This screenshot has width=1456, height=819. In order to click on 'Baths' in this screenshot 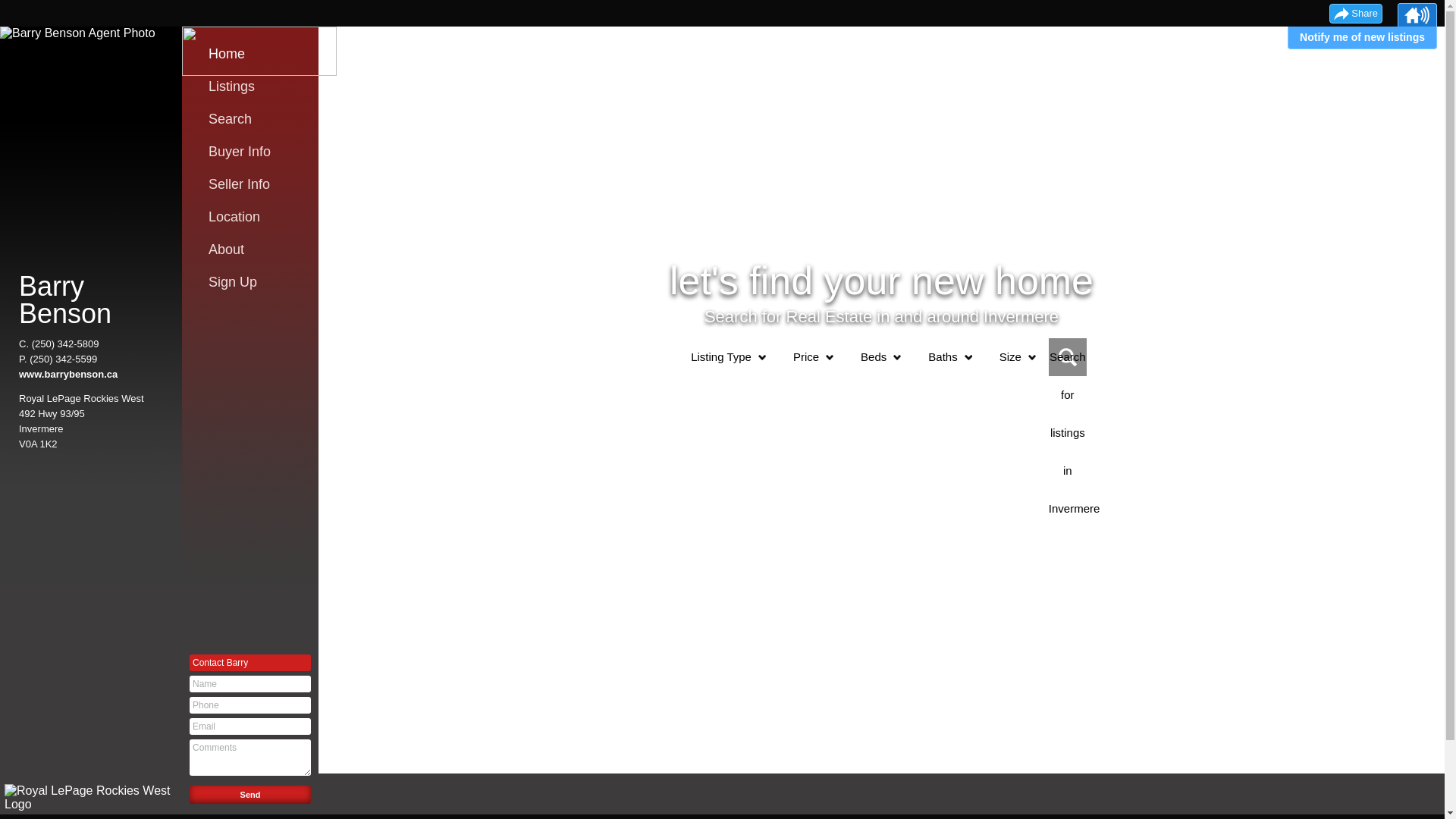, I will do `click(942, 356)`.